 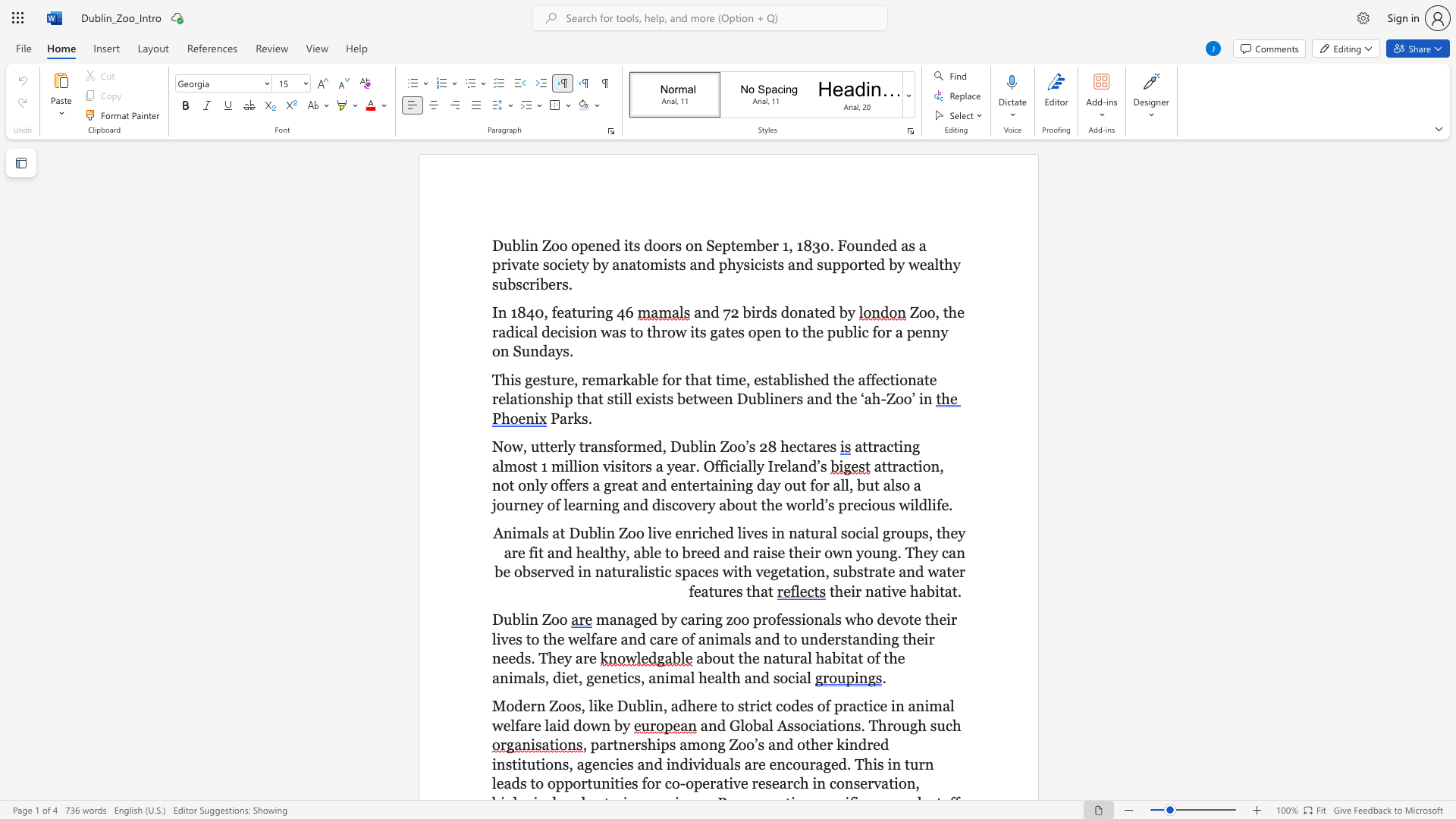 I want to click on the subset text "ubstrate and water features t" within the text "in naturalistic spaces with vegetation, substrate and water features that", so click(x=839, y=572).